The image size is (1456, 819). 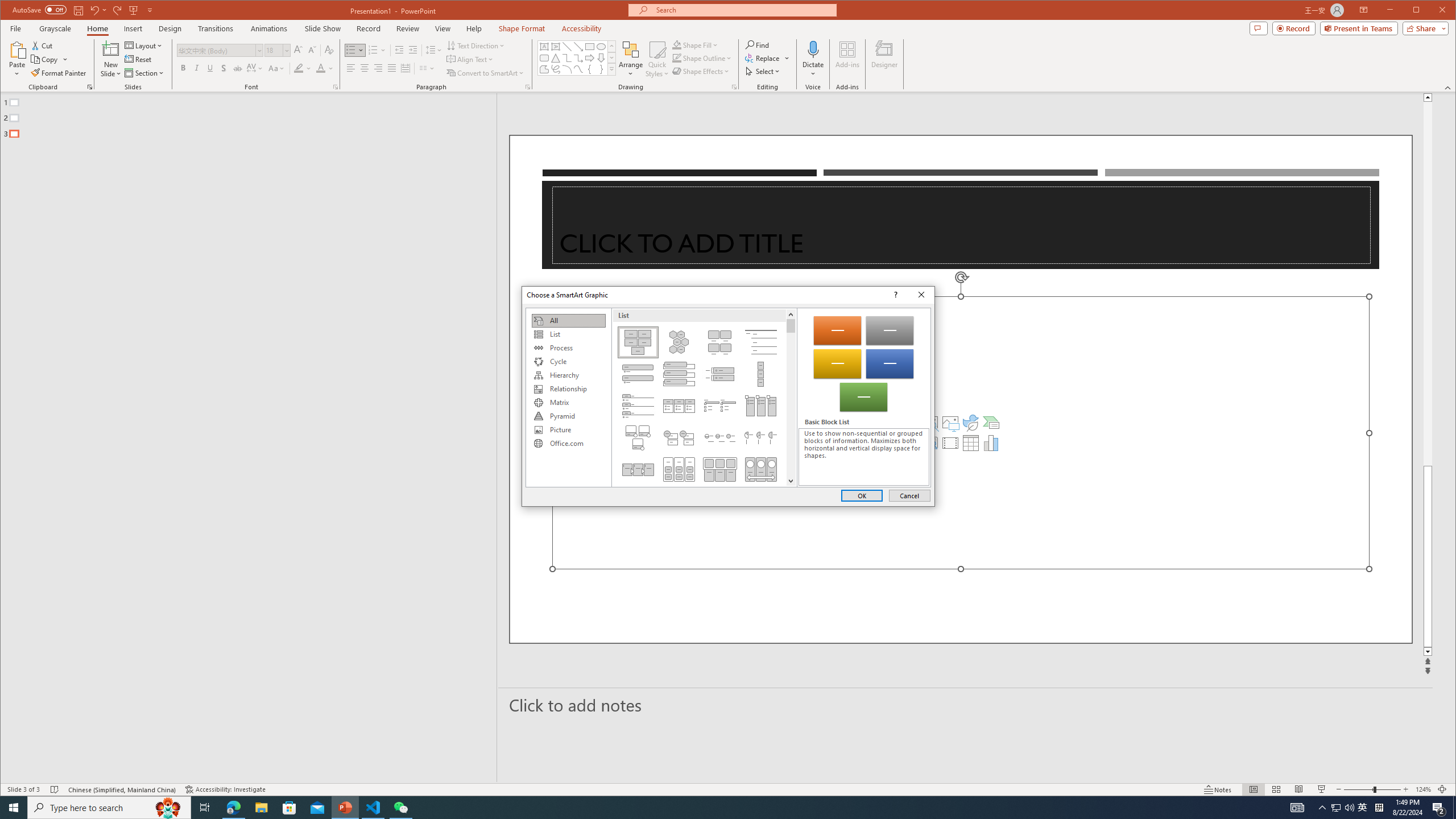 I want to click on 'WeChat - 1 running window', so click(x=401, y=806).